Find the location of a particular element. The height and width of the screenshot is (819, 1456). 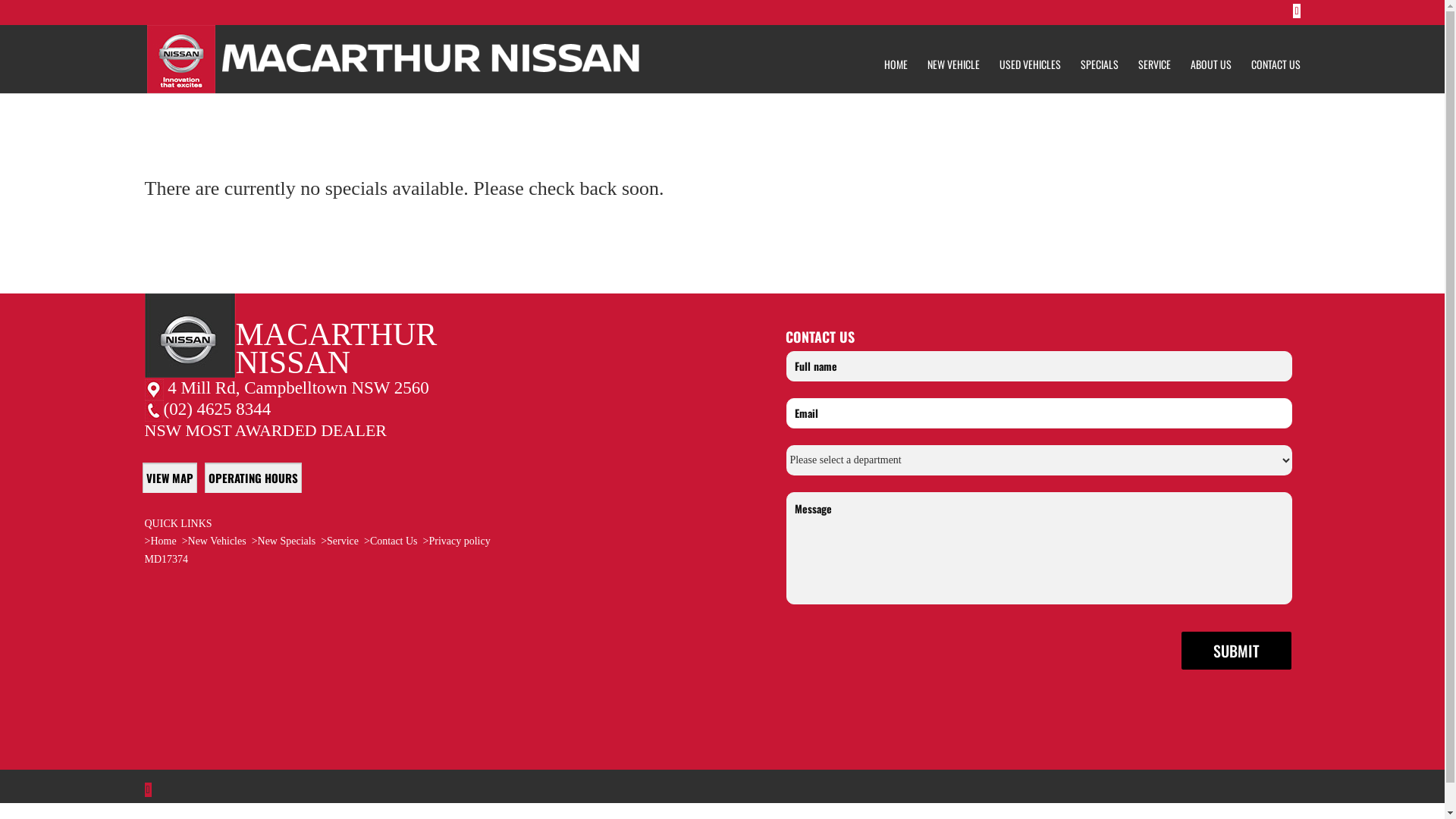

'HOME' is located at coordinates (896, 69).